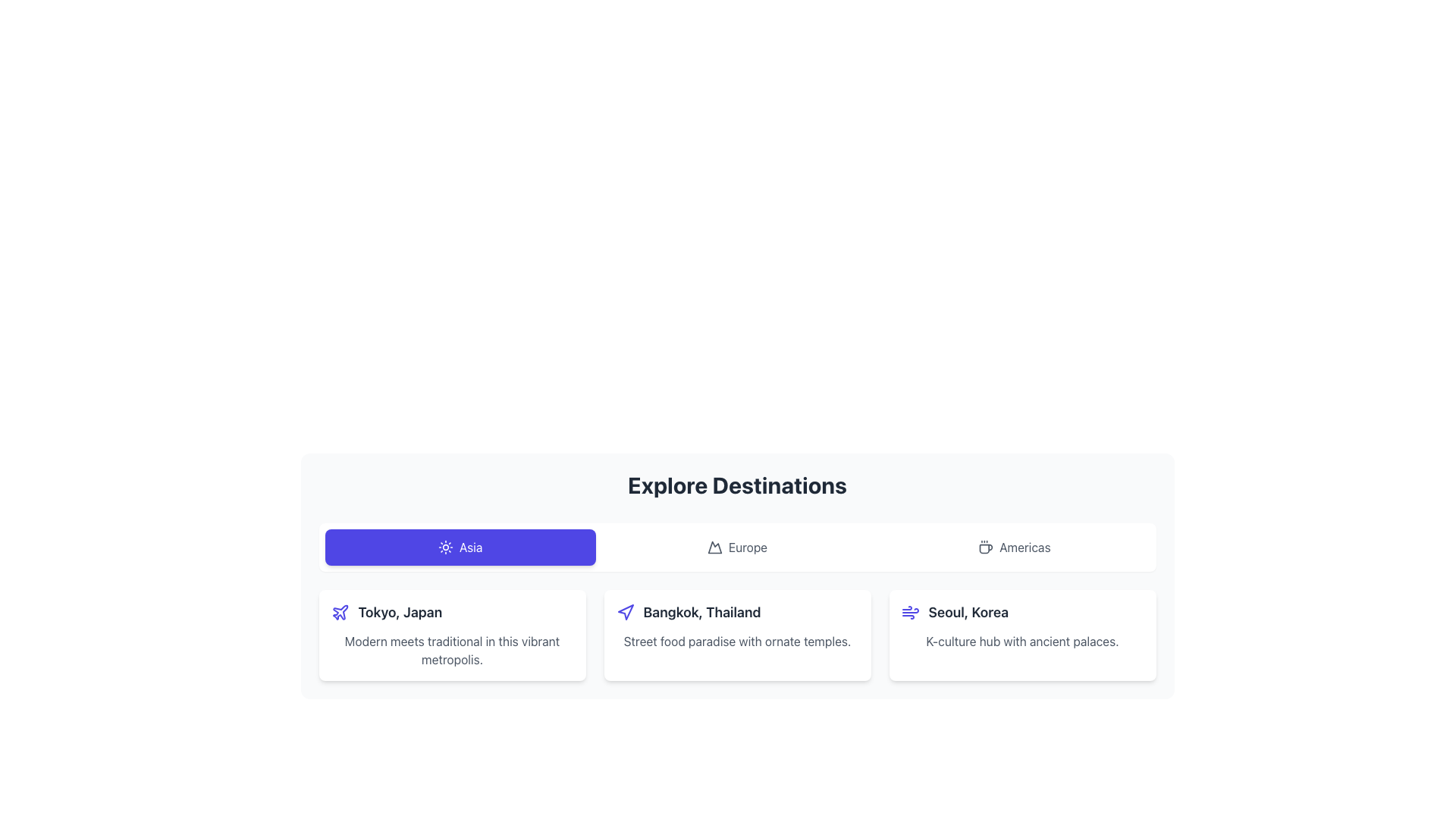 This screenshot has width=1456, height=819. What do you see at coordinates (737, 547) in the screenshot?
I see `the 'Europe' button` at bounding box center [737, 547].